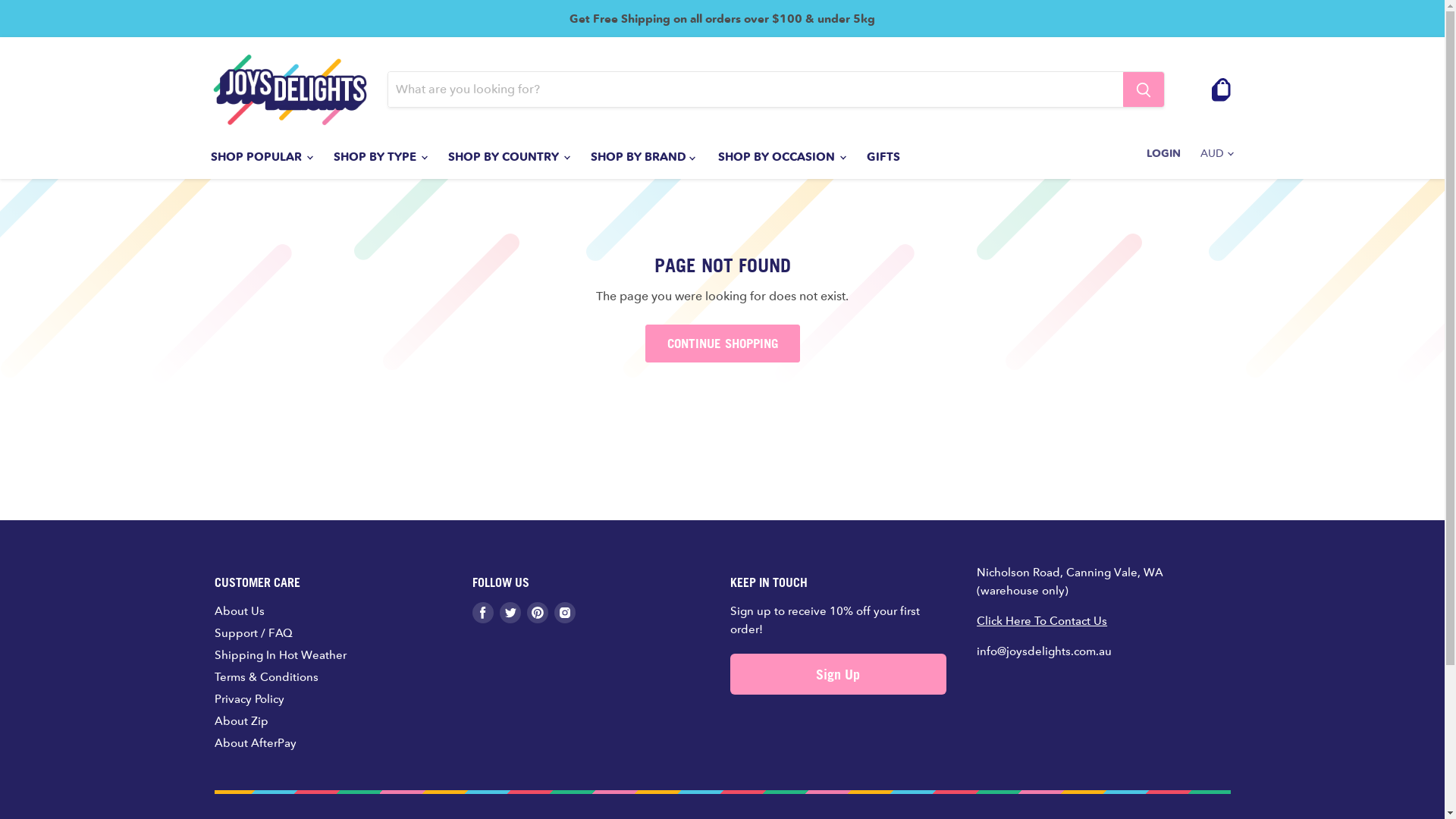 This screenshot has height=819, width=1456. What do you see at coordinates (883, 157) in the screenshot?
I see `'GIFTS'` at bounding box center [883, 157].